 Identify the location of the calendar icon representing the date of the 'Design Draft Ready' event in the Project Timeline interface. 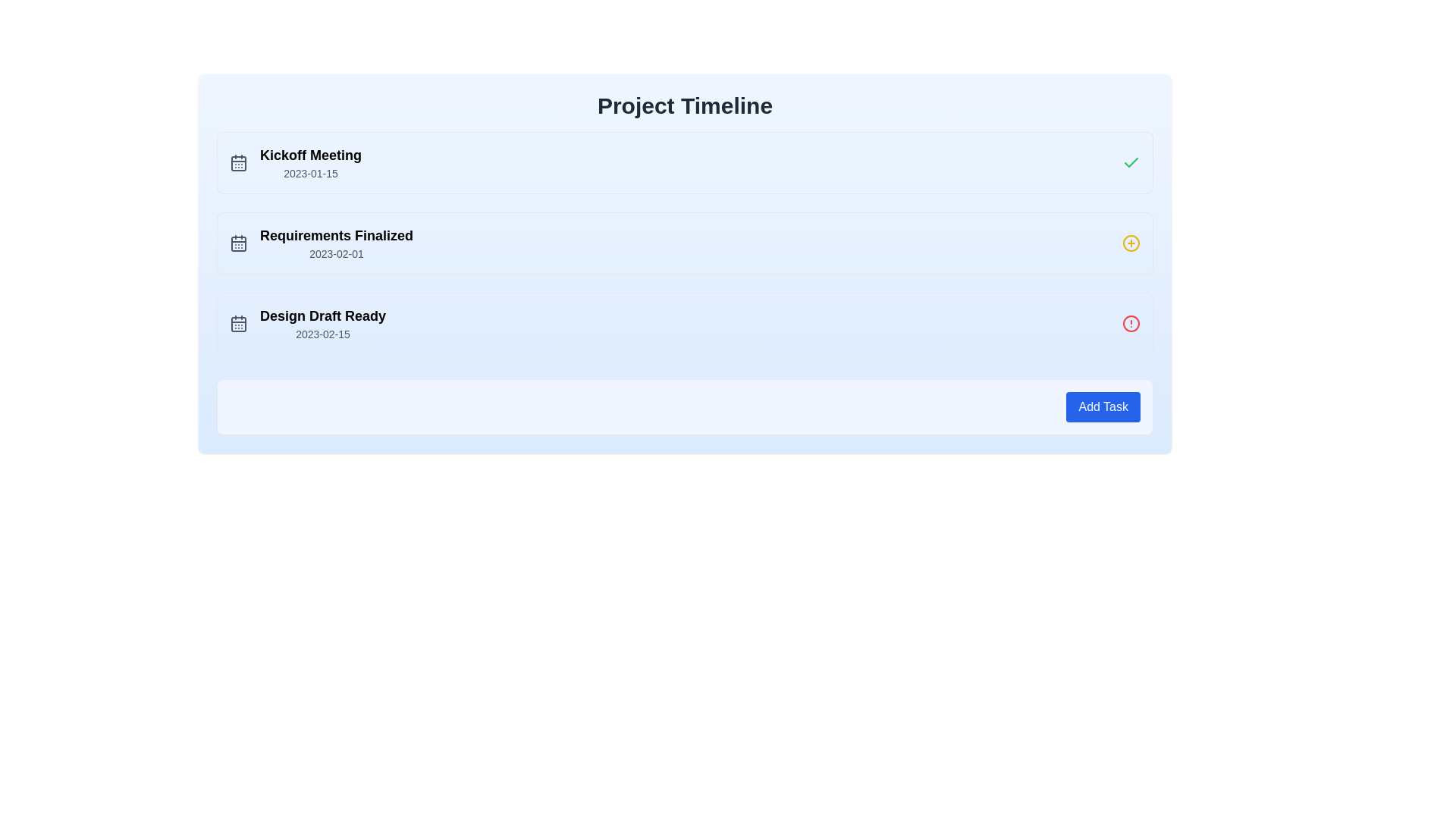
(238, 324).